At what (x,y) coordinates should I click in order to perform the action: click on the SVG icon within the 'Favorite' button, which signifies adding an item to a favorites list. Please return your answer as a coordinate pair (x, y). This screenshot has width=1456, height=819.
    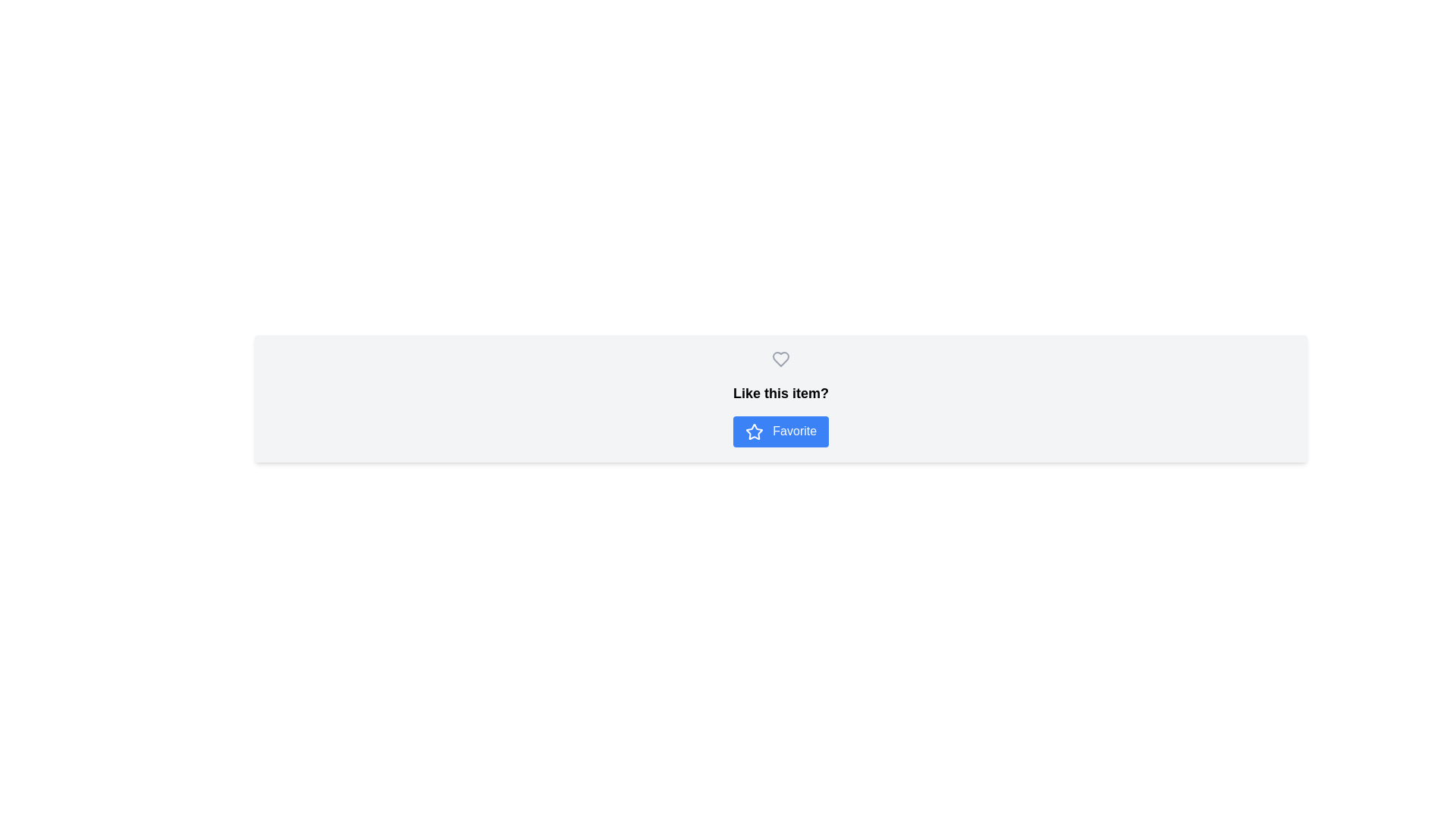
    Looking at the image, I should click on (754, 431).